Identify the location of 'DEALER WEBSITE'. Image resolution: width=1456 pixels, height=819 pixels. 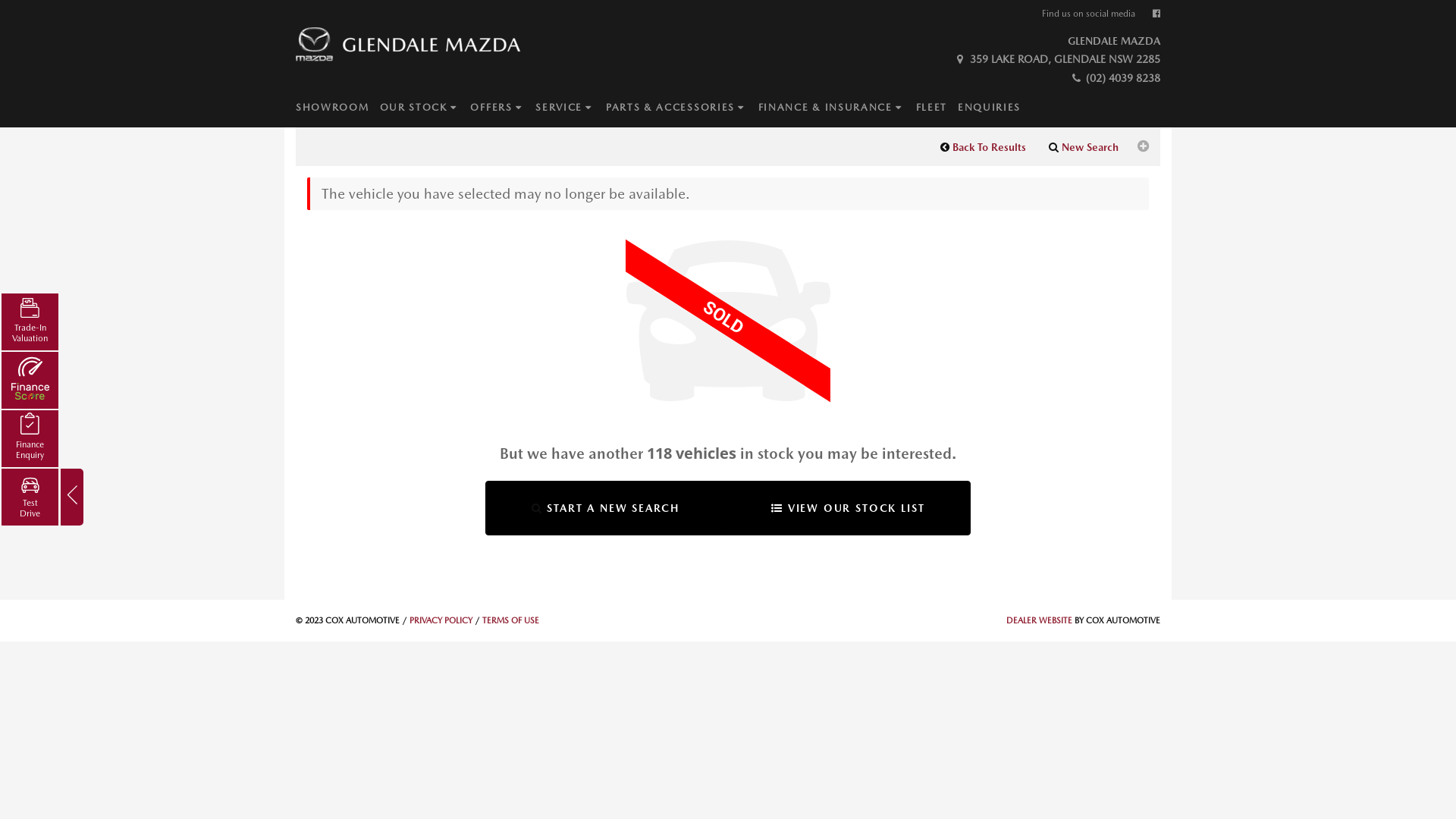
(1006, 620).